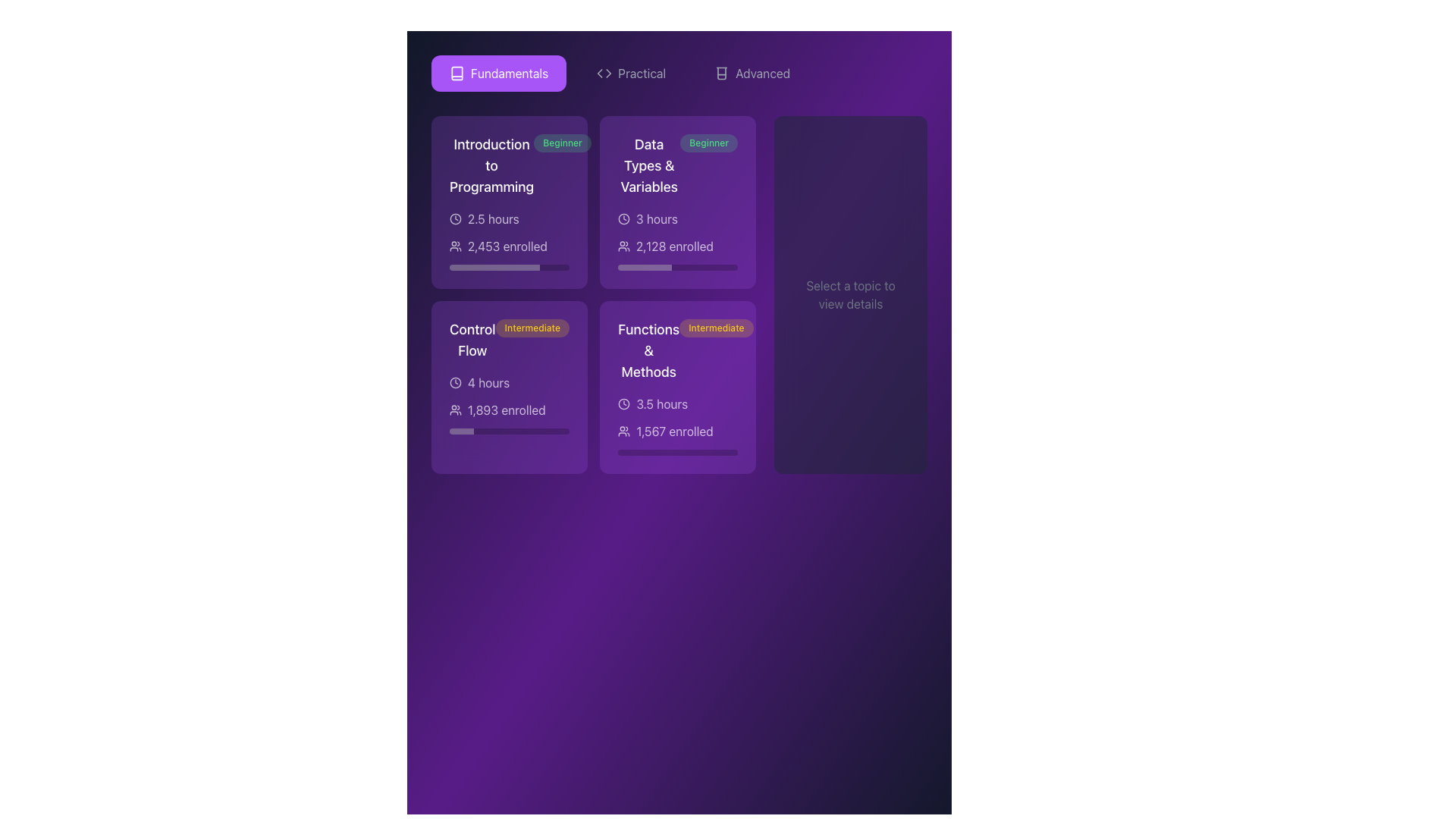  What do you see at coordinates (454, 219) in the screenshot?
I see `the small clock icon representing time duration located within the 'Introduction to Programming' card, positioned to the left of the text '2.5 hours'` at bounding box center [454, 219].